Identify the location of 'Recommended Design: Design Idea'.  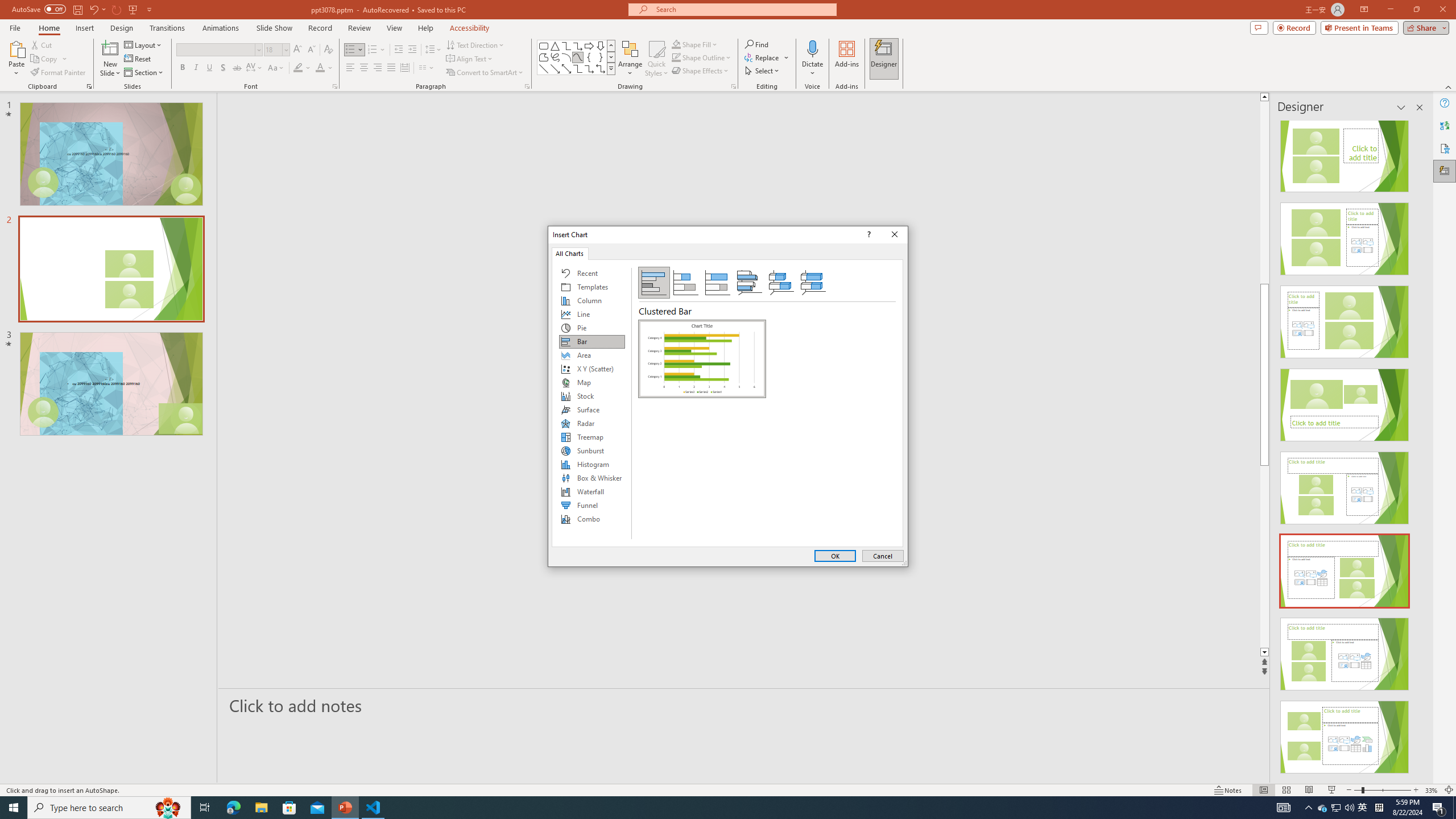
(1345, 152).